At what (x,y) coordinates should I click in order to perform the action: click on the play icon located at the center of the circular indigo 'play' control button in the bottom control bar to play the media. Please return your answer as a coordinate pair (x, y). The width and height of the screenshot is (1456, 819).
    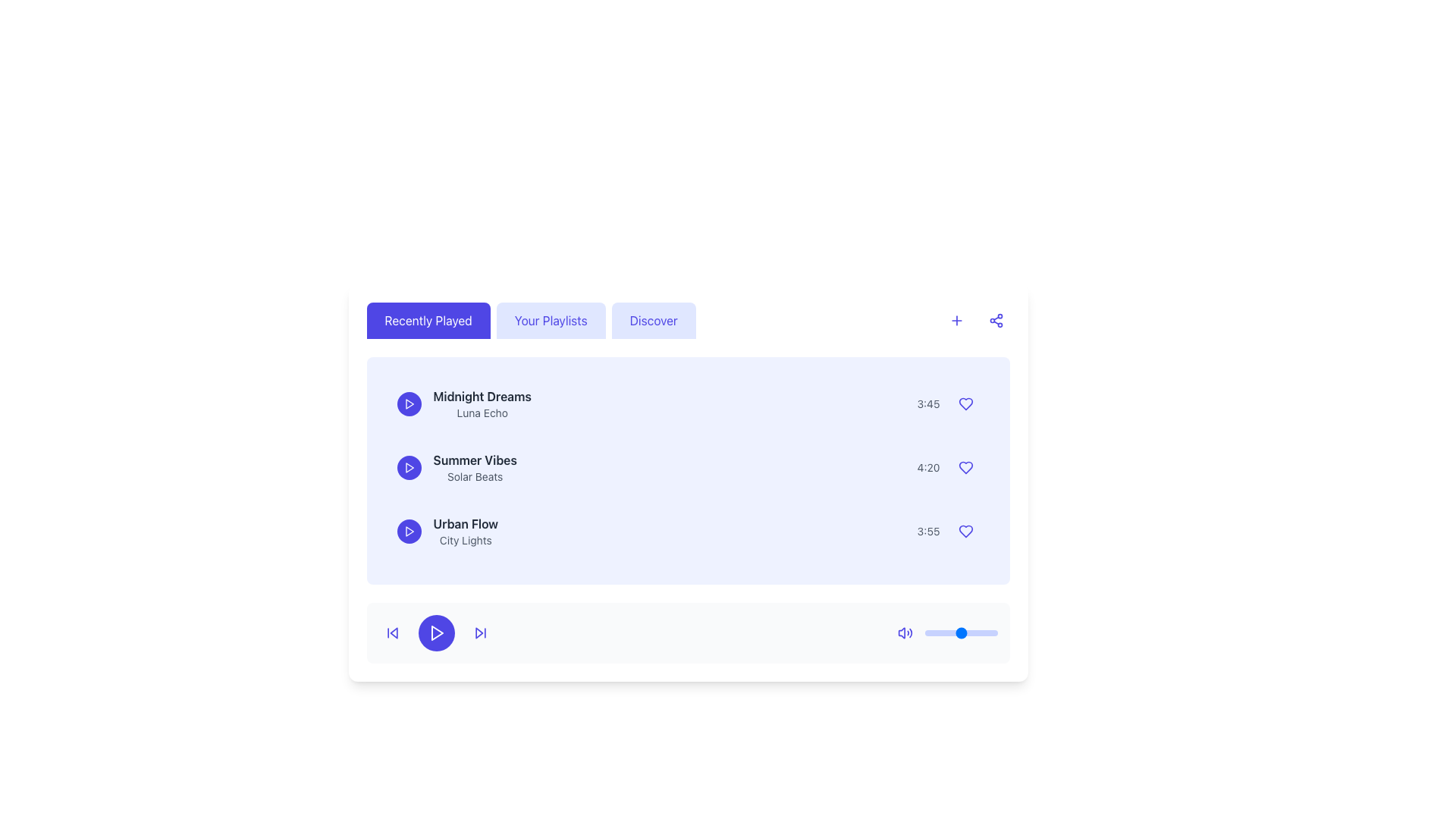
    Looking at the image, I should click on (409, 403).